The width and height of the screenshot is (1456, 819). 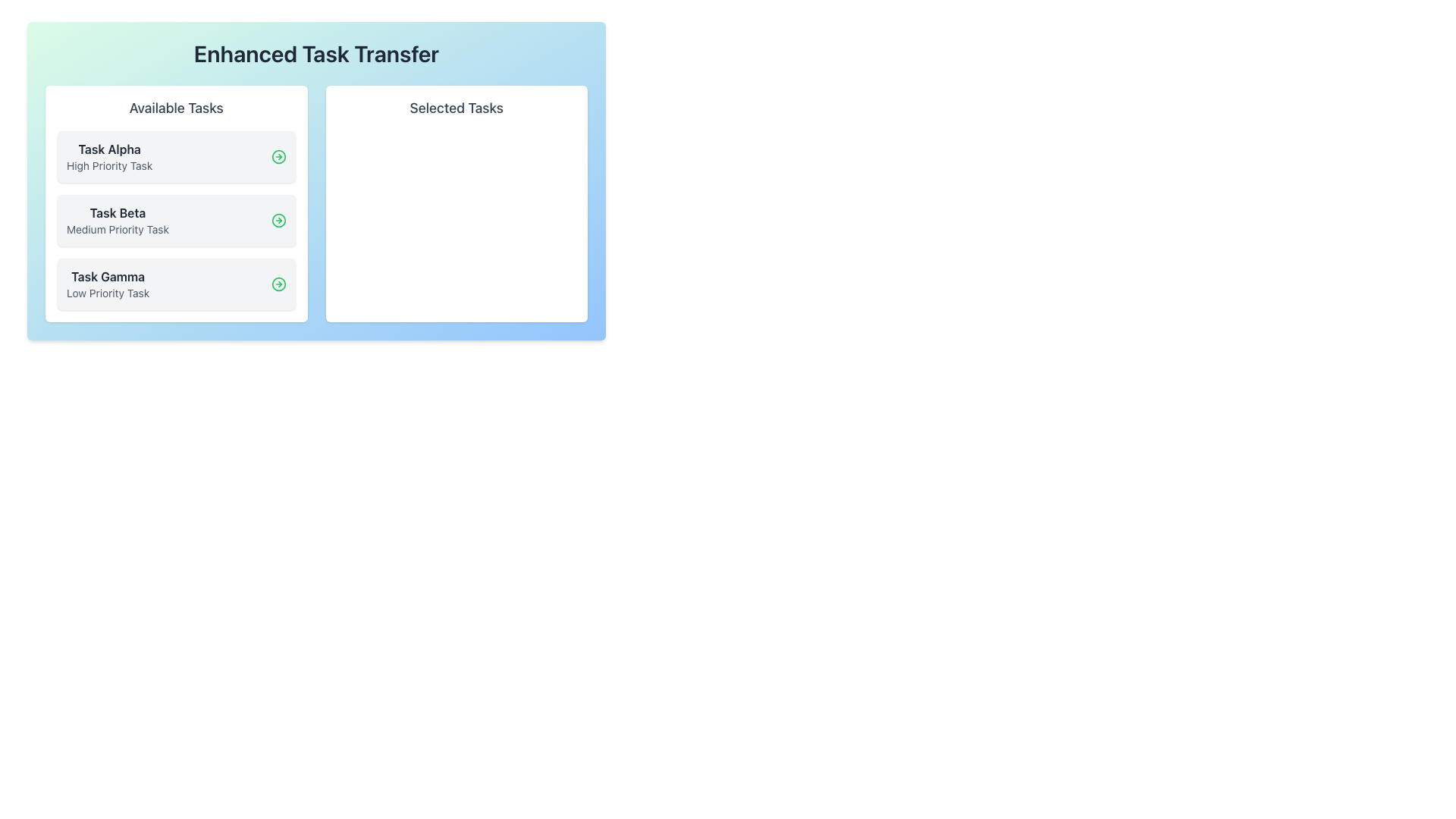 What do you see at coordinates (278, 157) in the screenshot?
I see `the interactive button located at the right side of the 'Task Alpha' entry in the 'Available Tasks' panel` at bounding box center [278, 157].